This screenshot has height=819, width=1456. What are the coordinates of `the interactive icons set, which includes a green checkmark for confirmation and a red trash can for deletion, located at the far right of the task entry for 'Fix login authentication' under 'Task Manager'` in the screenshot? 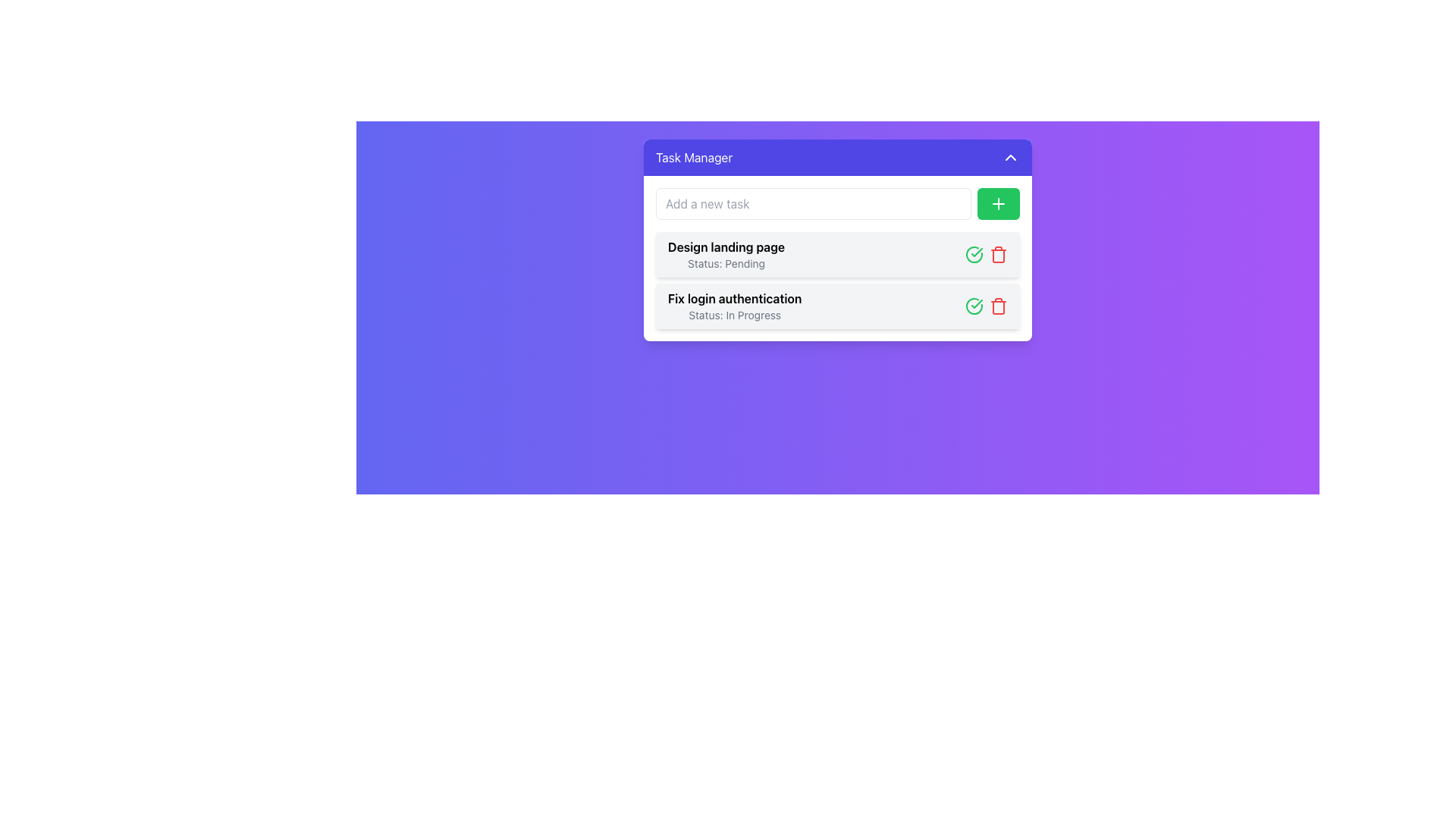 It's located at (986, 306).